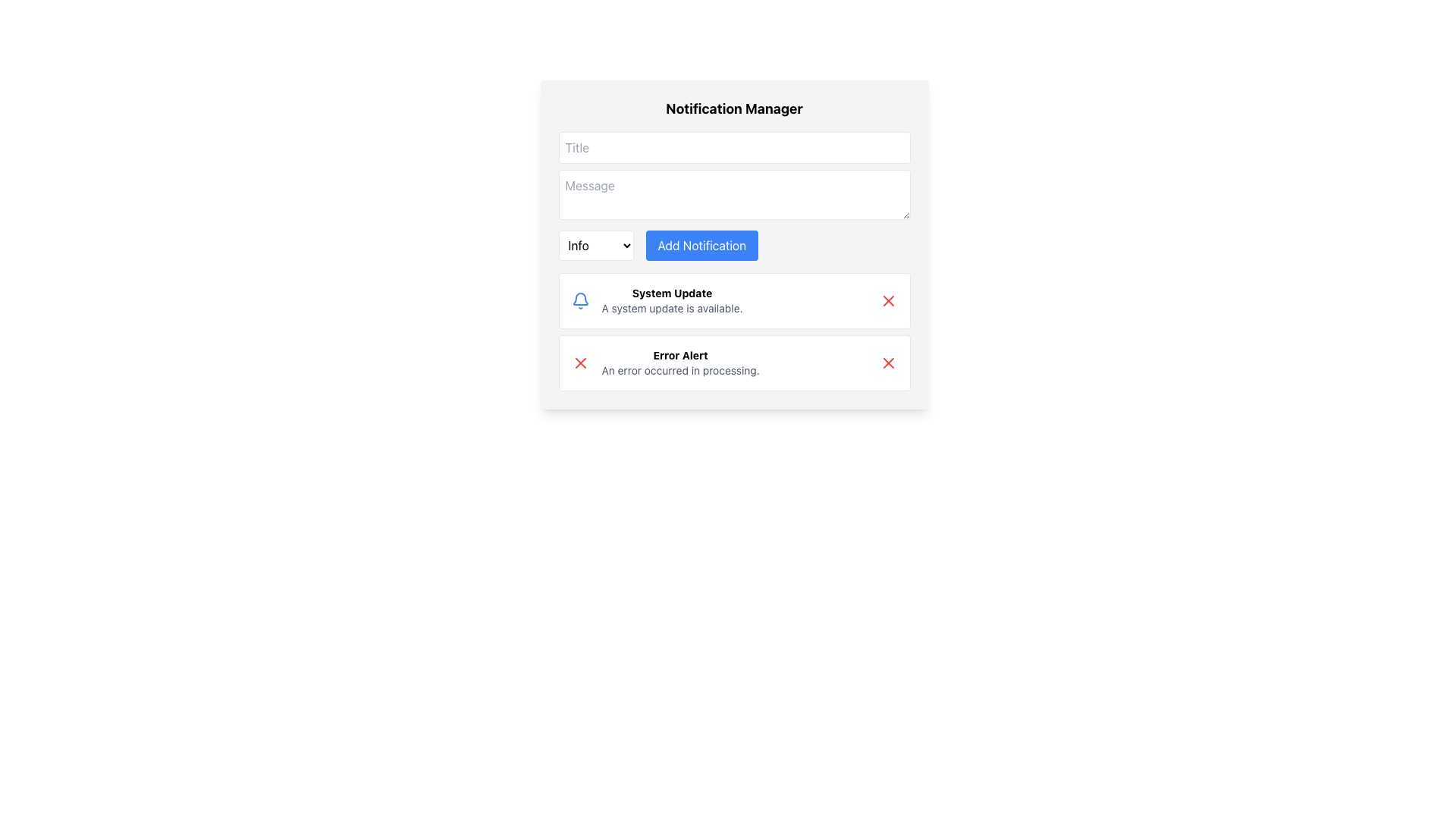 Image resolution: width=1456 pixels, height=819 pixels. What do you see at coordinates (671, 301) in the screenshot?
I see `the first notification item in the Notification Manager interface, which includes a blue bell icon on the left and a red 'X' button on the right, indicating a system update availability` at bounding box center [671, 301].